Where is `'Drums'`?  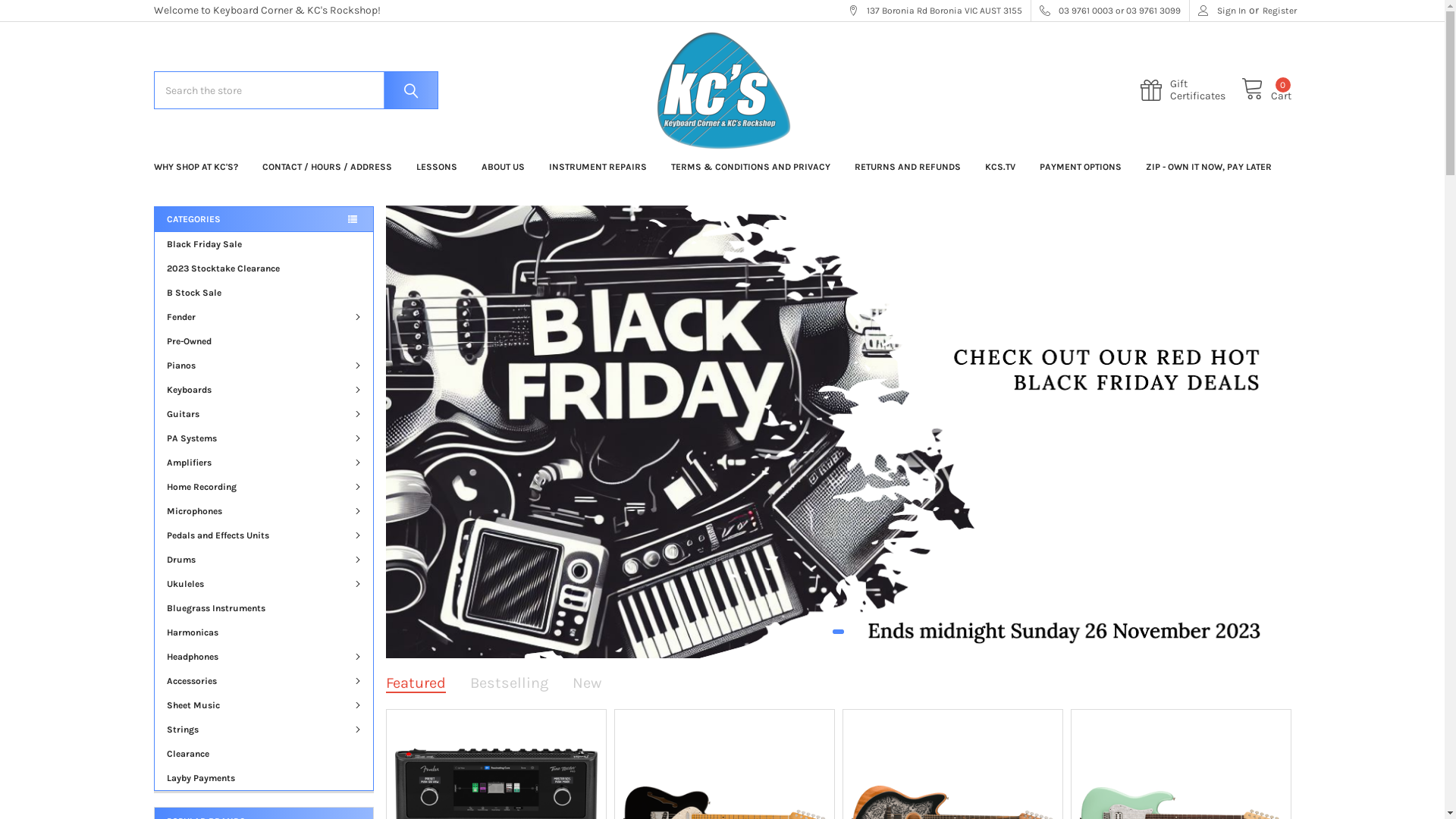 'Drums' is located at coordinates (263, 559).